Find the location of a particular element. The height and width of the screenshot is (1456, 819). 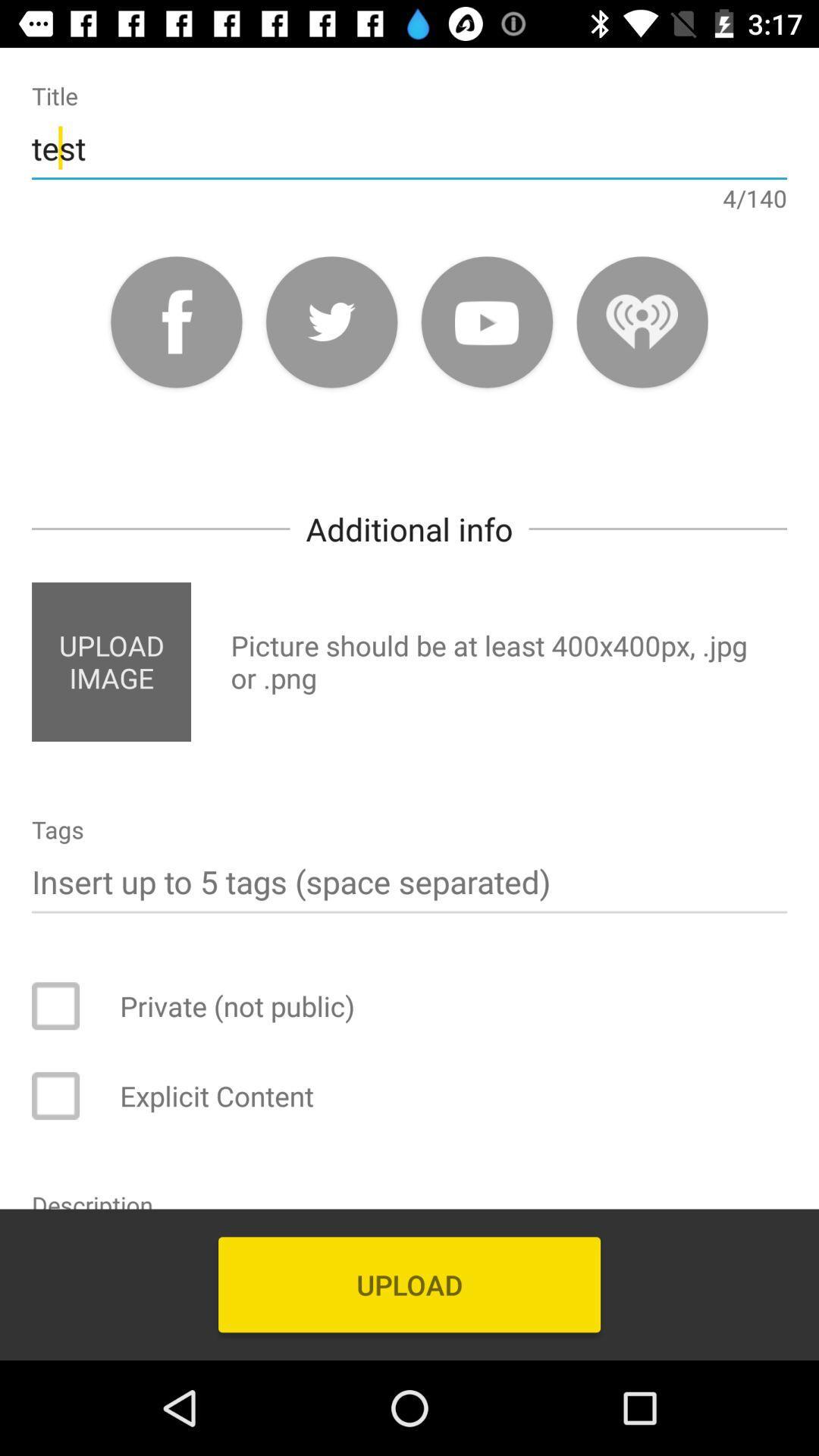

facebook link is located at coordinates (175, 321).